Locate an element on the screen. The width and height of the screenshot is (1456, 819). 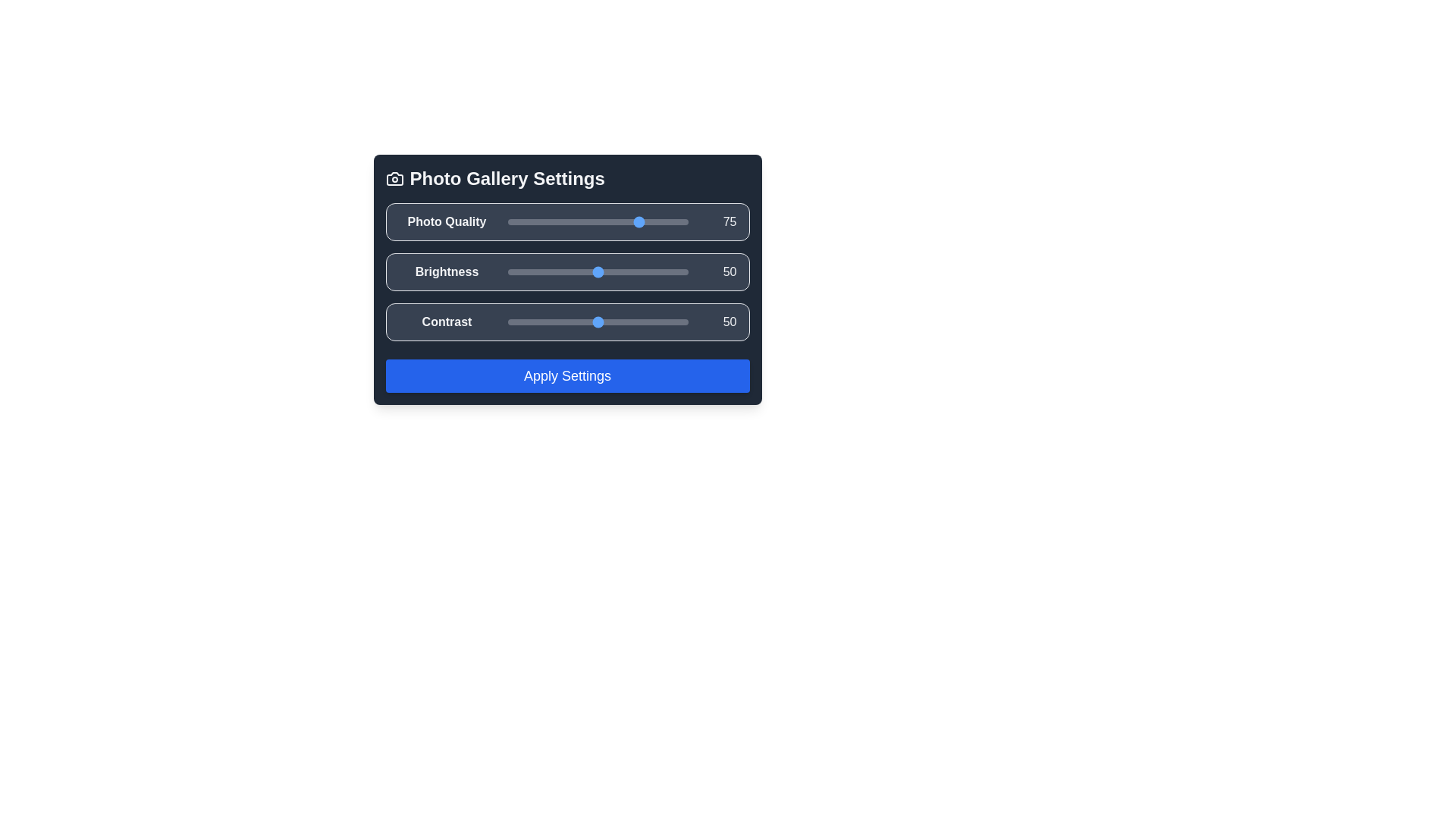
the Configuration Panel labeled 'Photo Gallery Settings' to view and understand the current settings is located at coordinates (566, 280).